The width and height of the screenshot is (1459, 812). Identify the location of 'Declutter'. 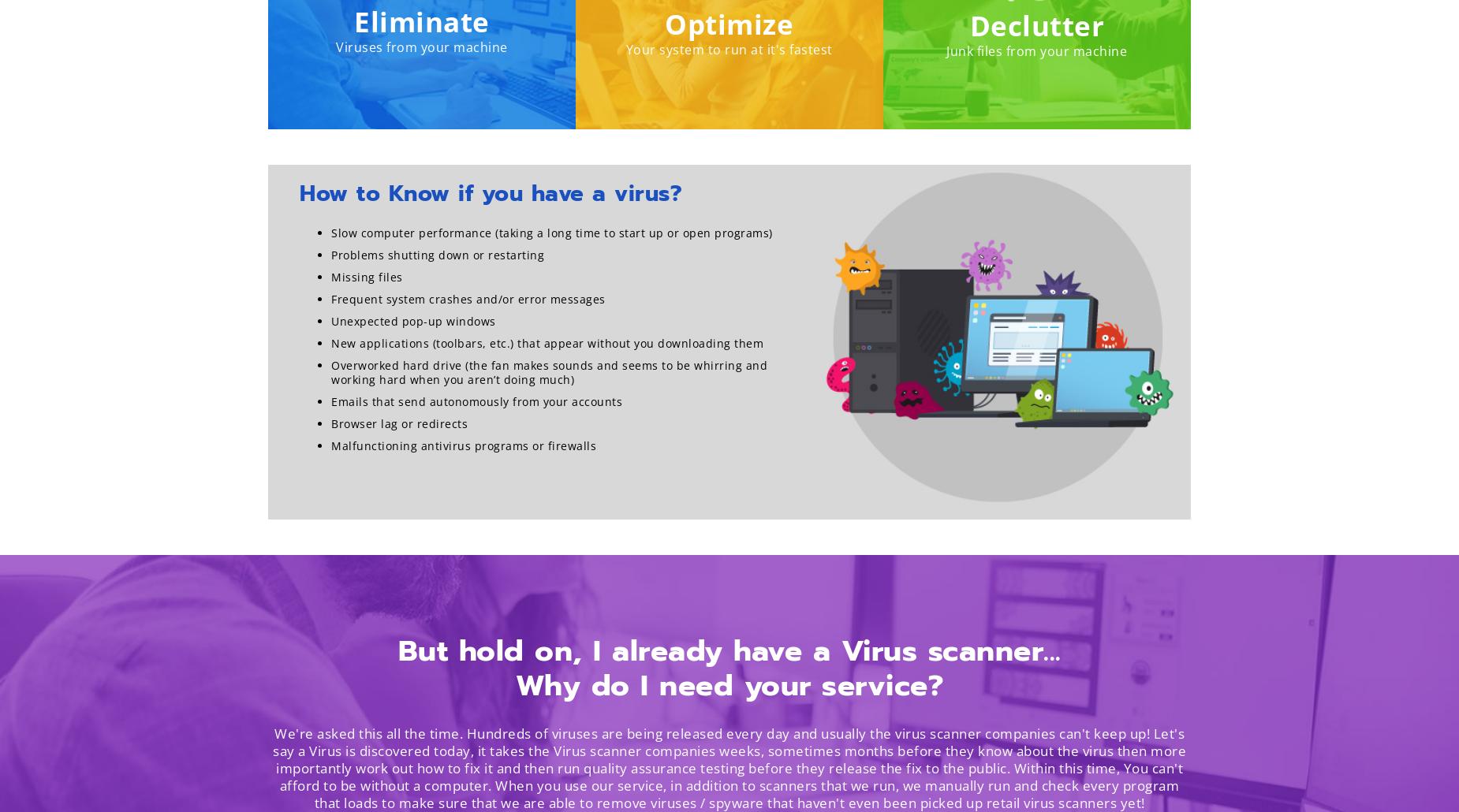
(1035, 25).